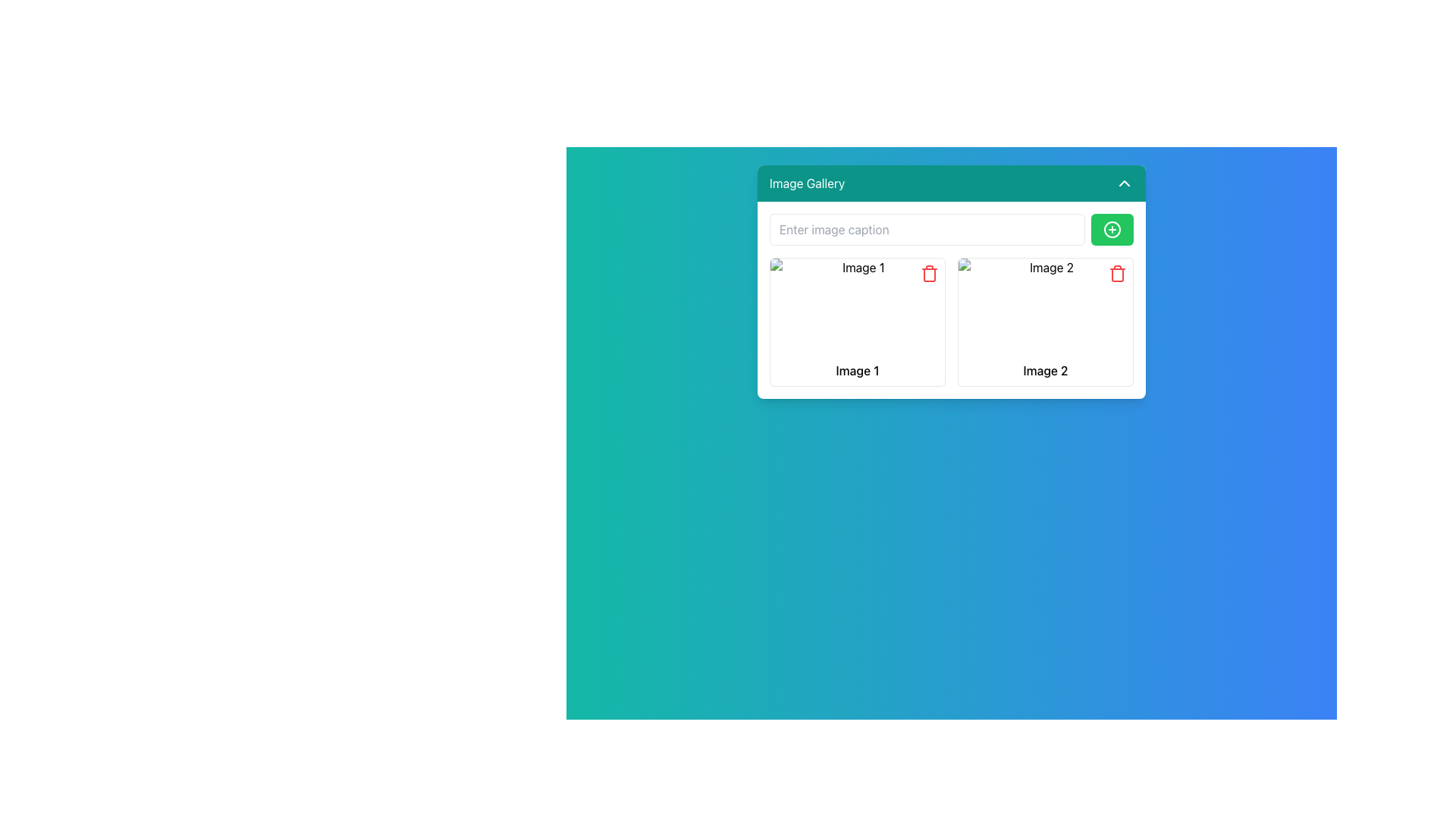 The height and width of the screenshot is (819, 1456). I want to click on the Decorative SVG Circle in the button located at the top-right corner of the 'Image Gallery' card interface, so click(1112, 230).